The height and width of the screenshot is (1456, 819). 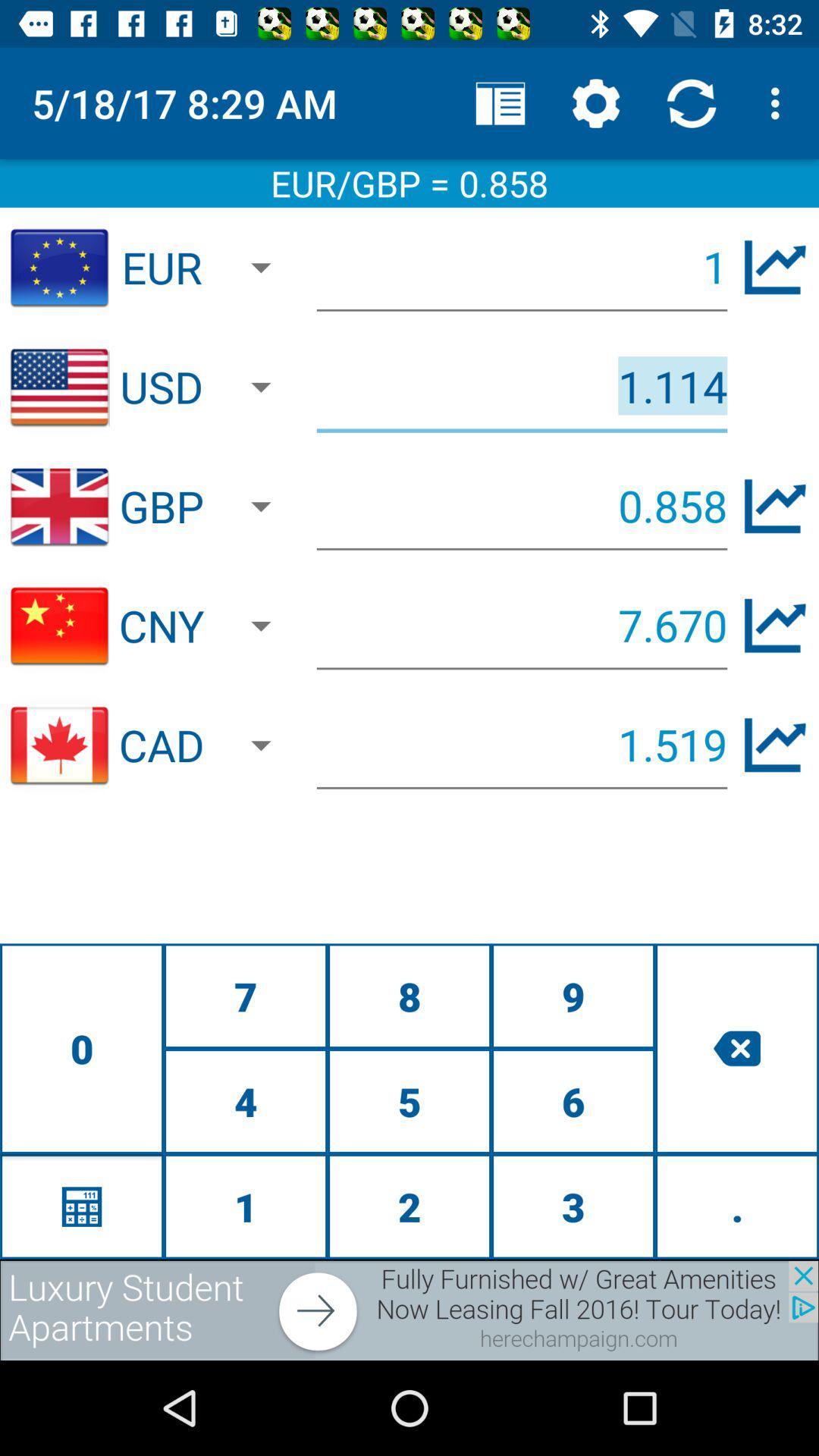 What do you see at coordinates (775, 745) in the screenshot?
I see `graph option` at bounding box center [775, 745].